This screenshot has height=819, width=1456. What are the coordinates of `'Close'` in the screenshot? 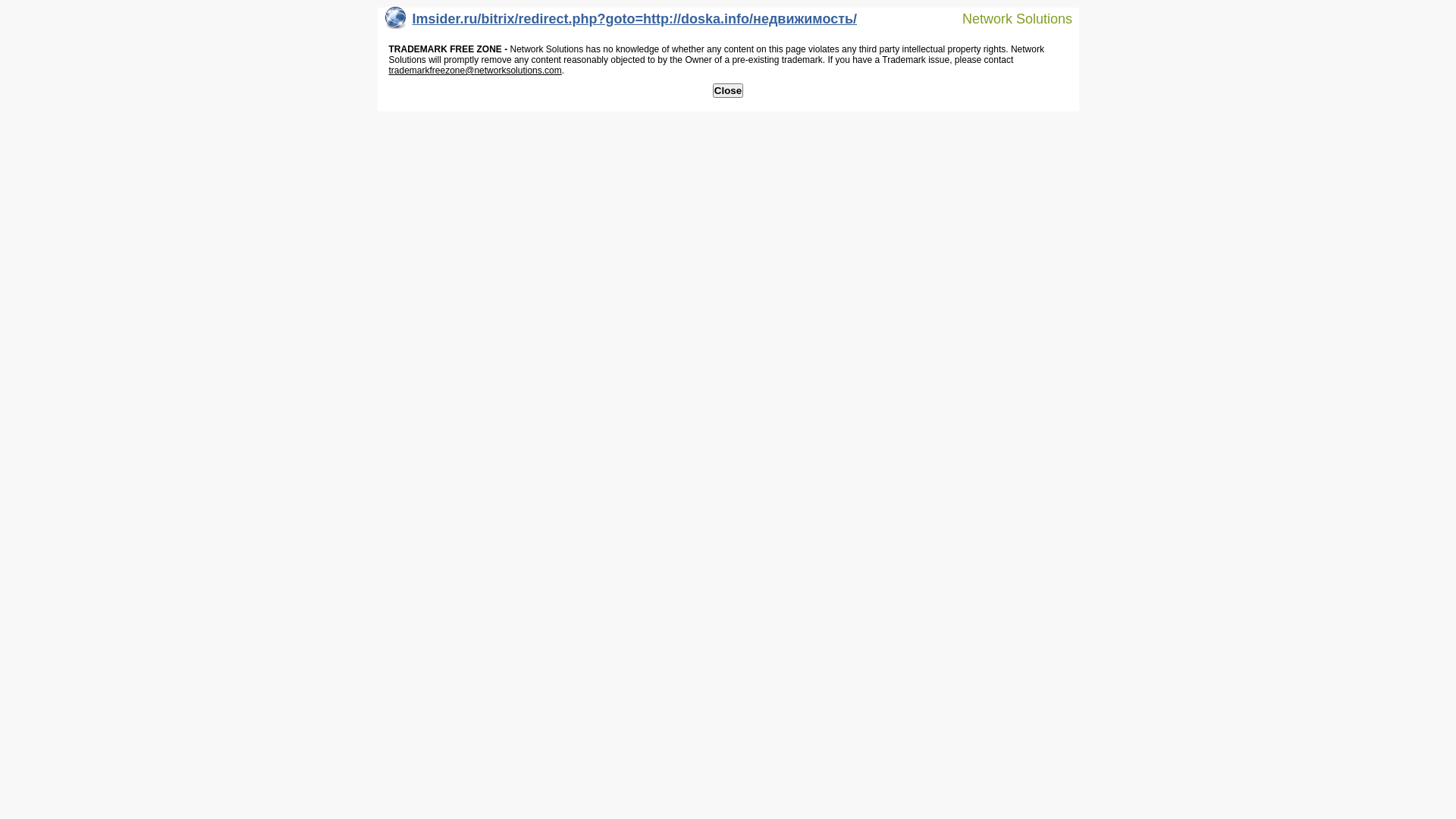 It's located at (728, 90).